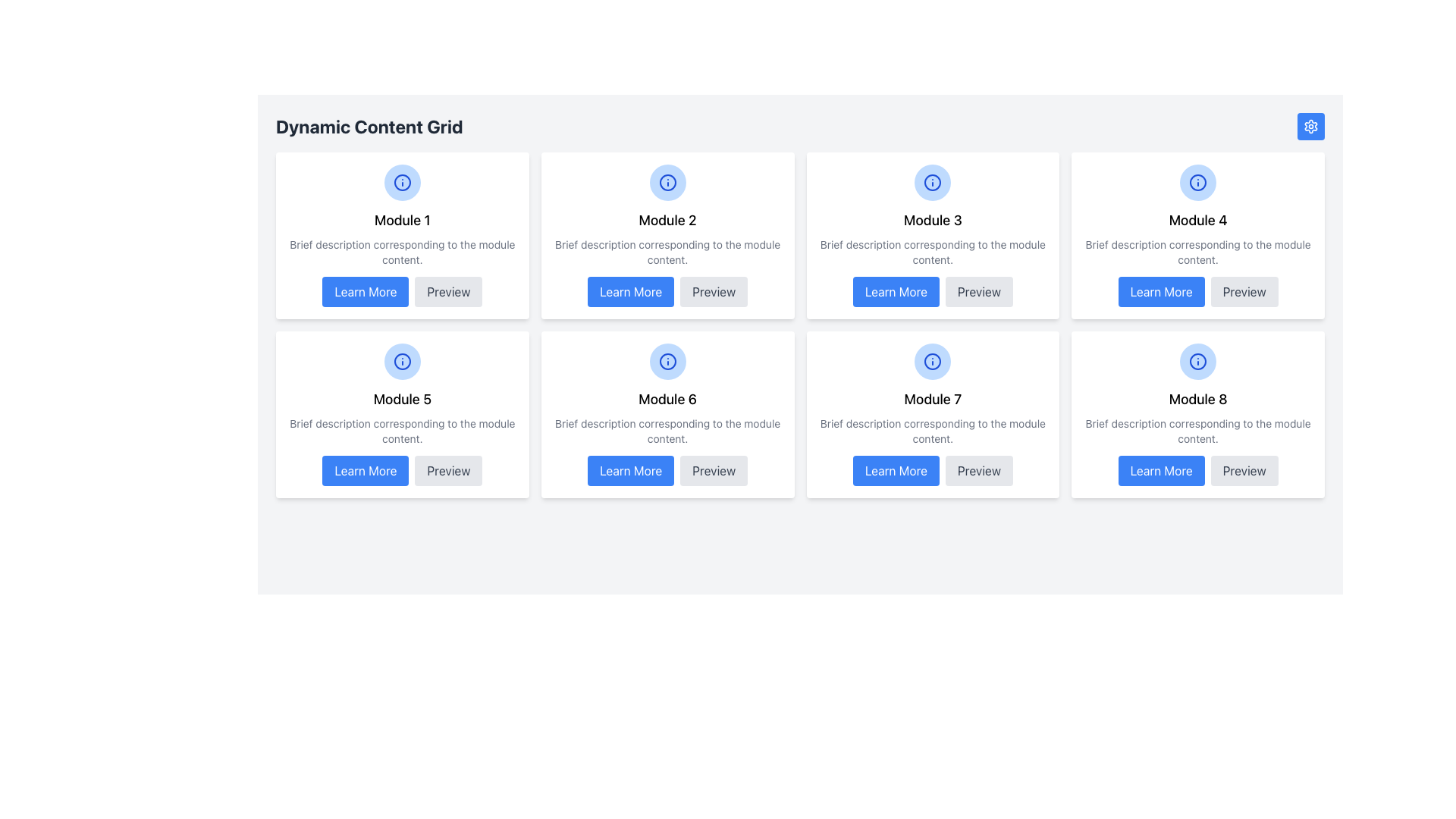 The image size is (1456, 819). What do you see at coordinates (1310, 125) in the screenshot?
I see `the button located in the top-right corner of the interface, adjacent to the title 'Dynamic Content Grid', to observe any tooltip or visual feedback` at bounding box center [1310, 125].